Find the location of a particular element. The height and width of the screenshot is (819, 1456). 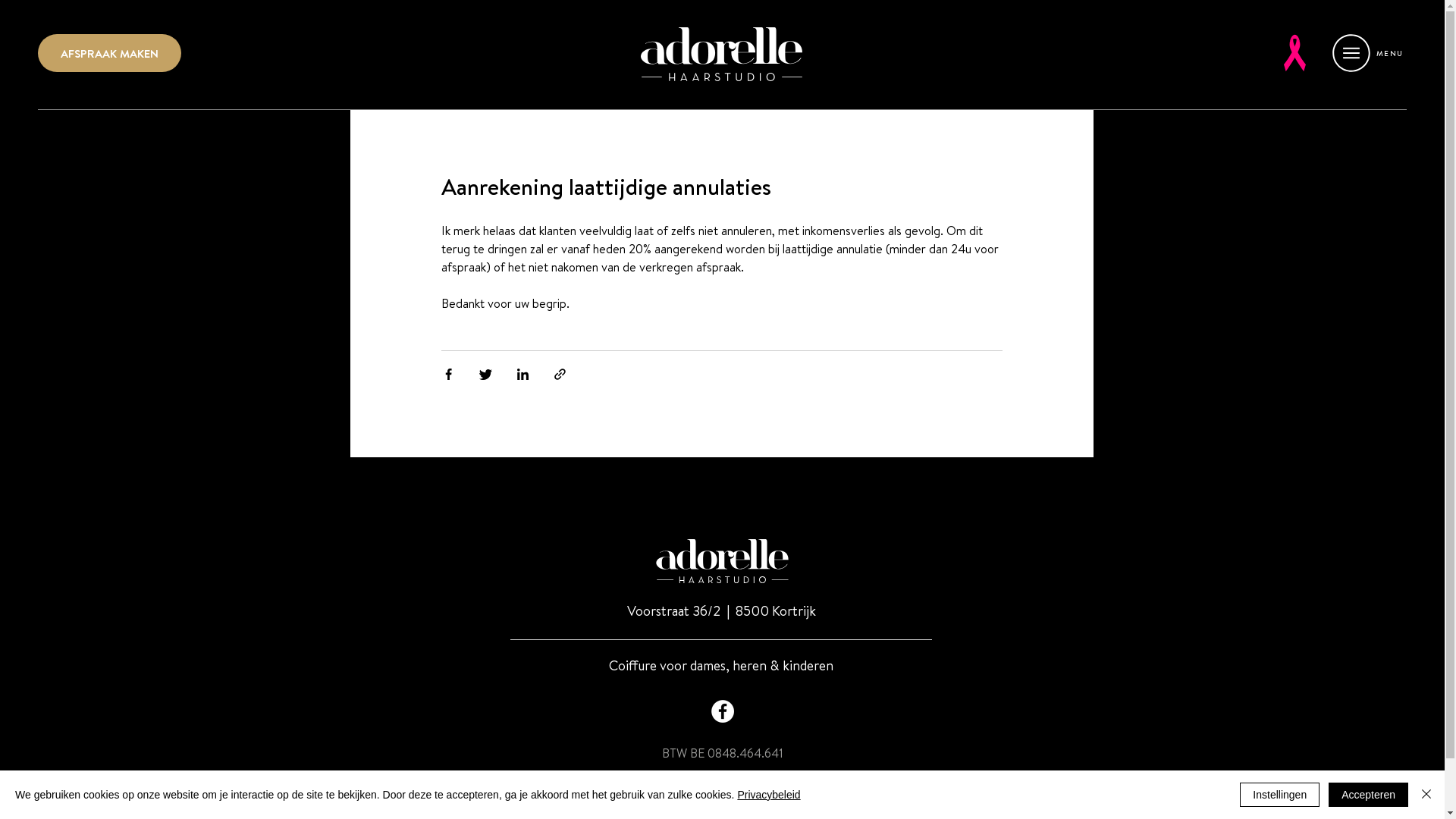

'AFSPRAAK MAKEN' is located at coordinates (37, 52).